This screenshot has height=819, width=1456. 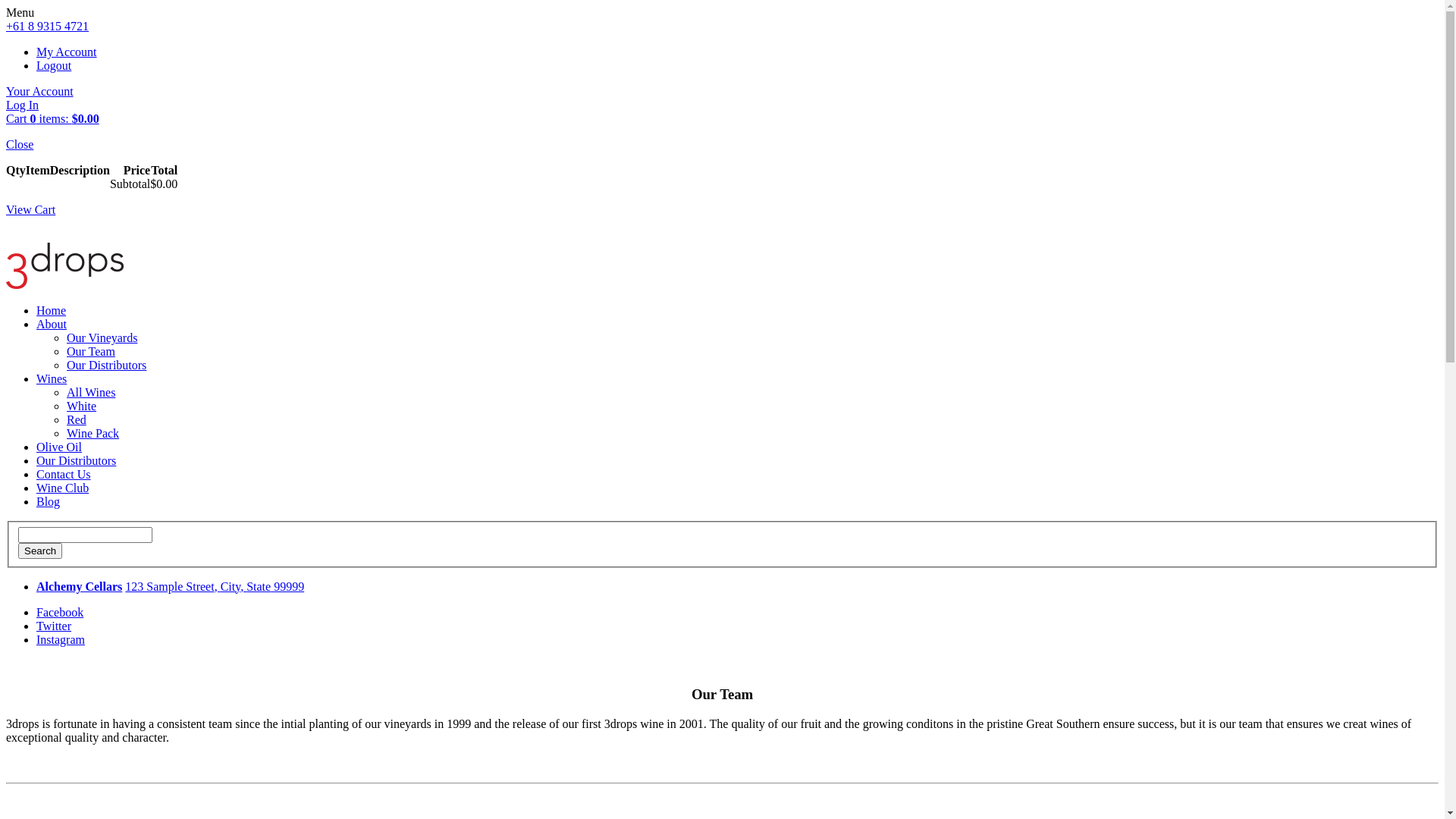 I want to click on 'Contact Us', so click(x=36, y=473).